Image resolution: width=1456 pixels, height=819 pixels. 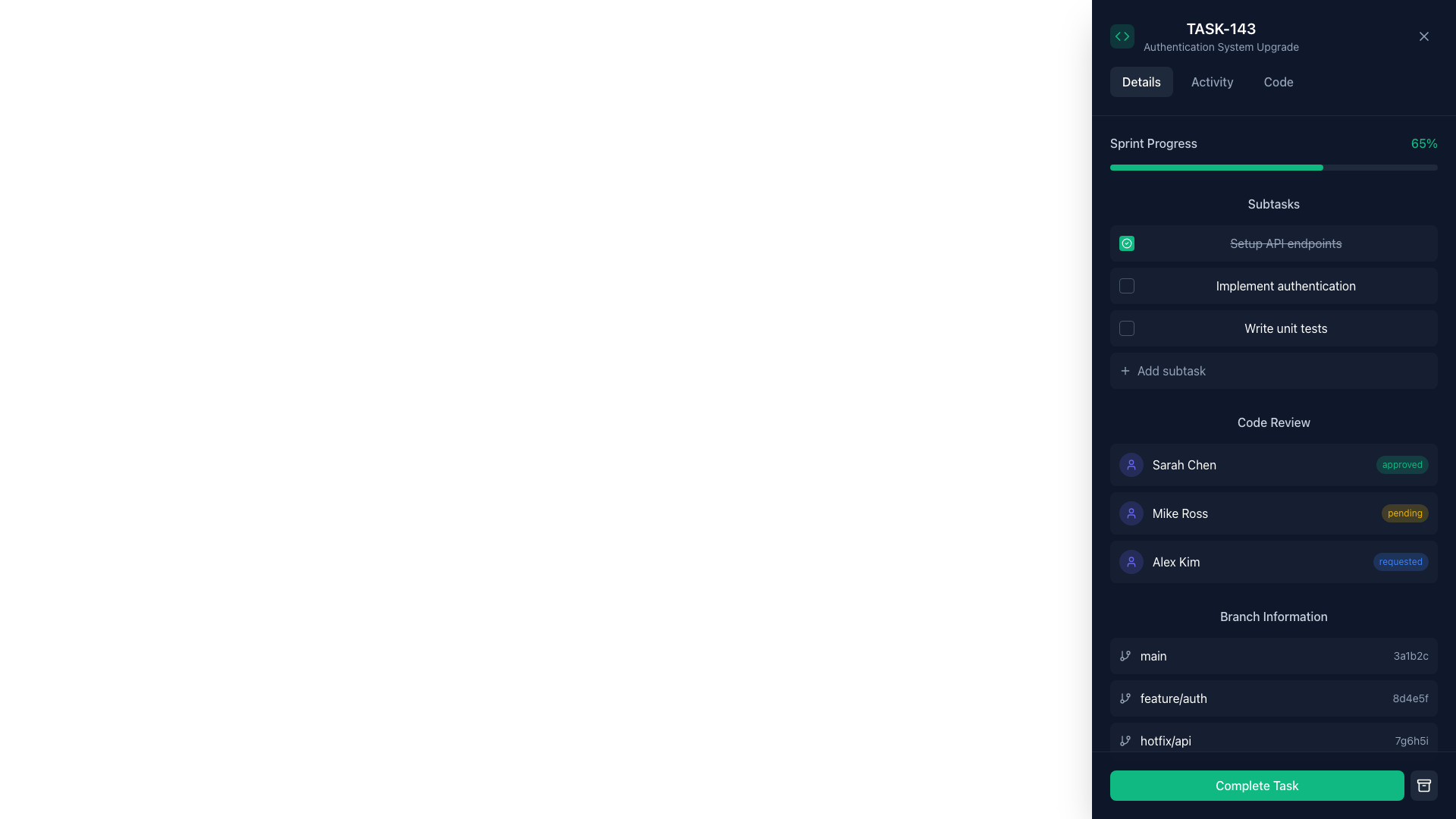 I want to click on the composite UI element containing the task identifier 'TASK-143' and the subtitle 'Authentication System Upgrade', which features a code-like icon in a green background, so click(x=1203, y=35).